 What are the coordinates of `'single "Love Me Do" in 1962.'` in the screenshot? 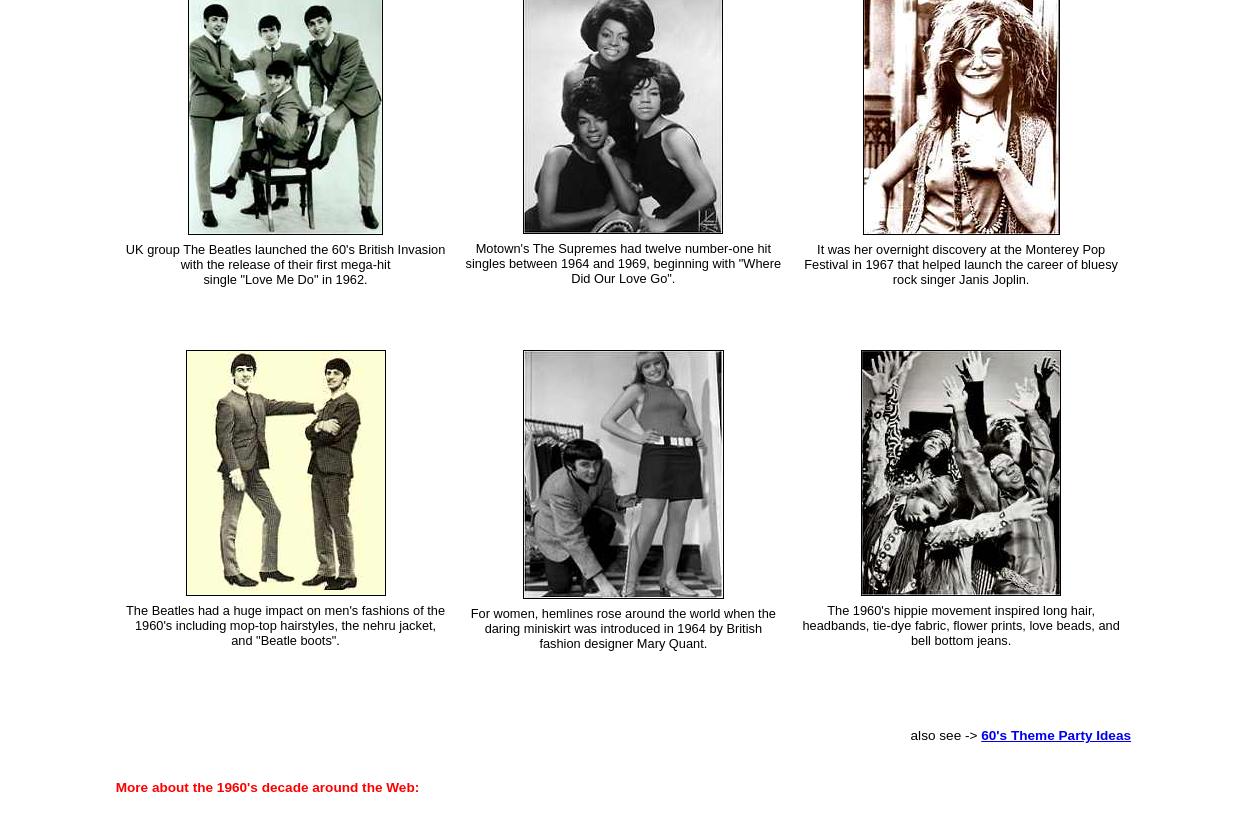 It's located at (285, 278).